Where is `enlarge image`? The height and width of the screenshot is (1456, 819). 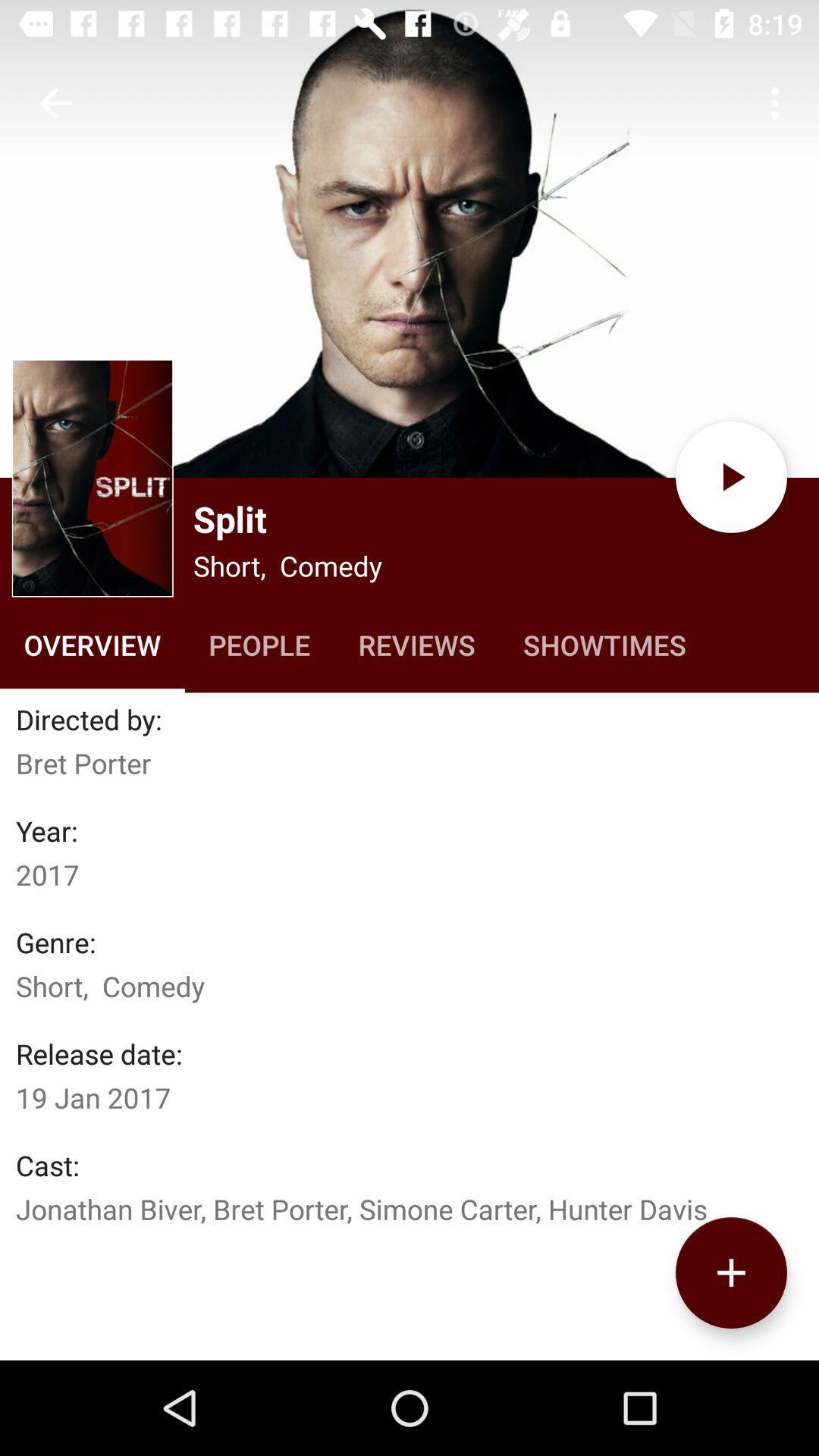
enlarge image is located at coordinates (93, 477).